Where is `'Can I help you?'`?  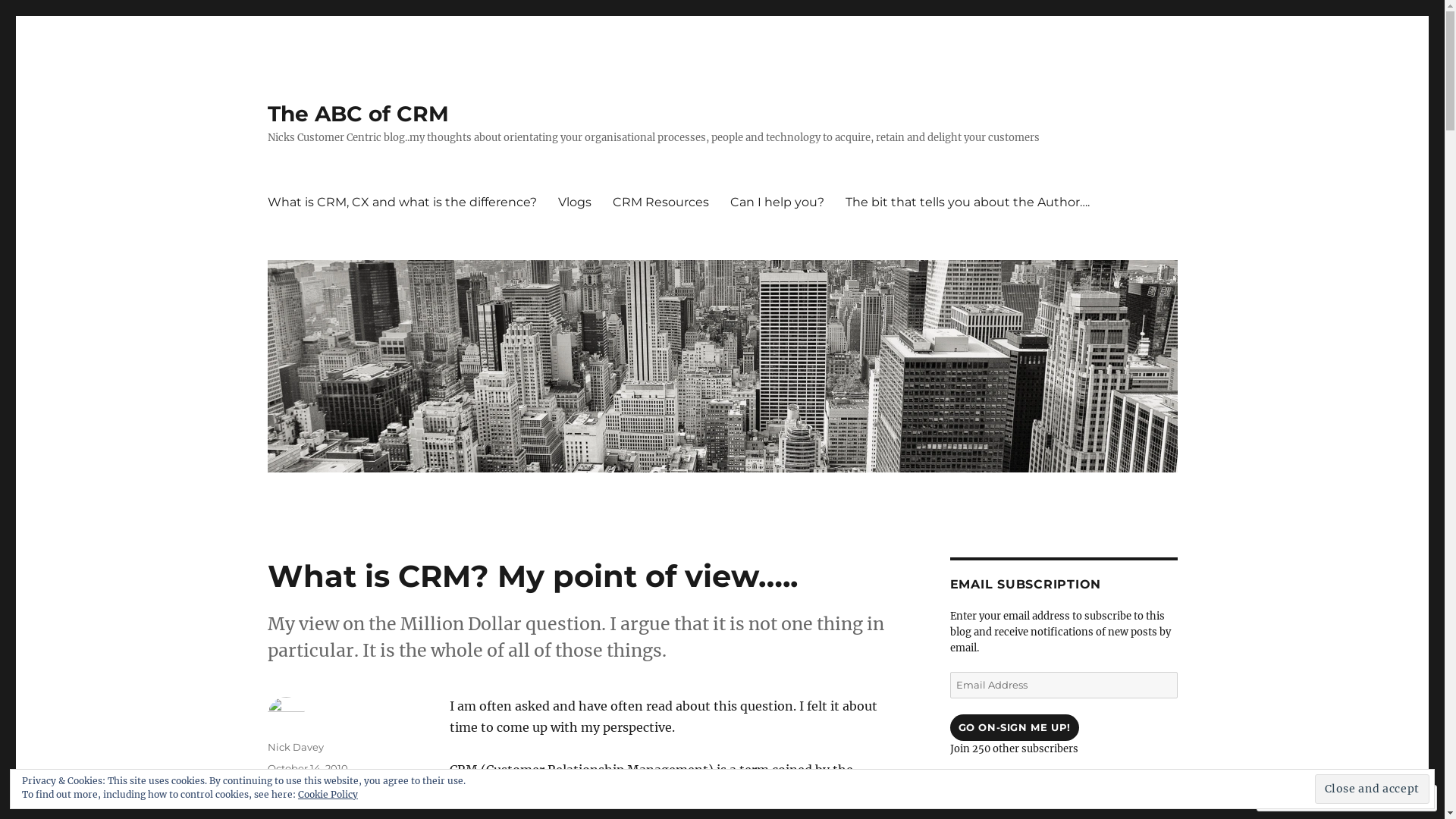
'Can I help you?' is located at coordinates (776, 201).